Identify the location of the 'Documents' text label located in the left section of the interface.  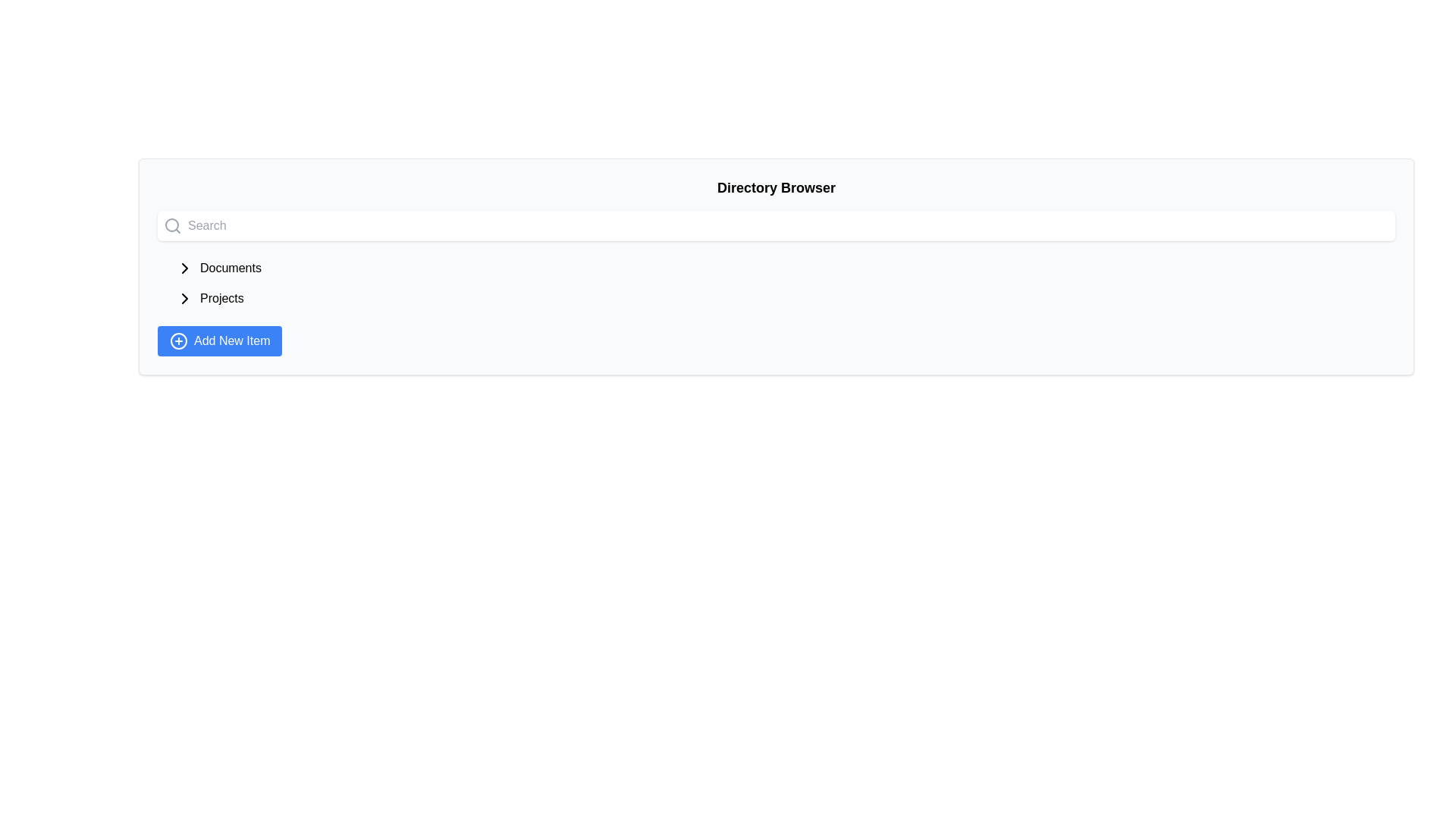
(230, 268).